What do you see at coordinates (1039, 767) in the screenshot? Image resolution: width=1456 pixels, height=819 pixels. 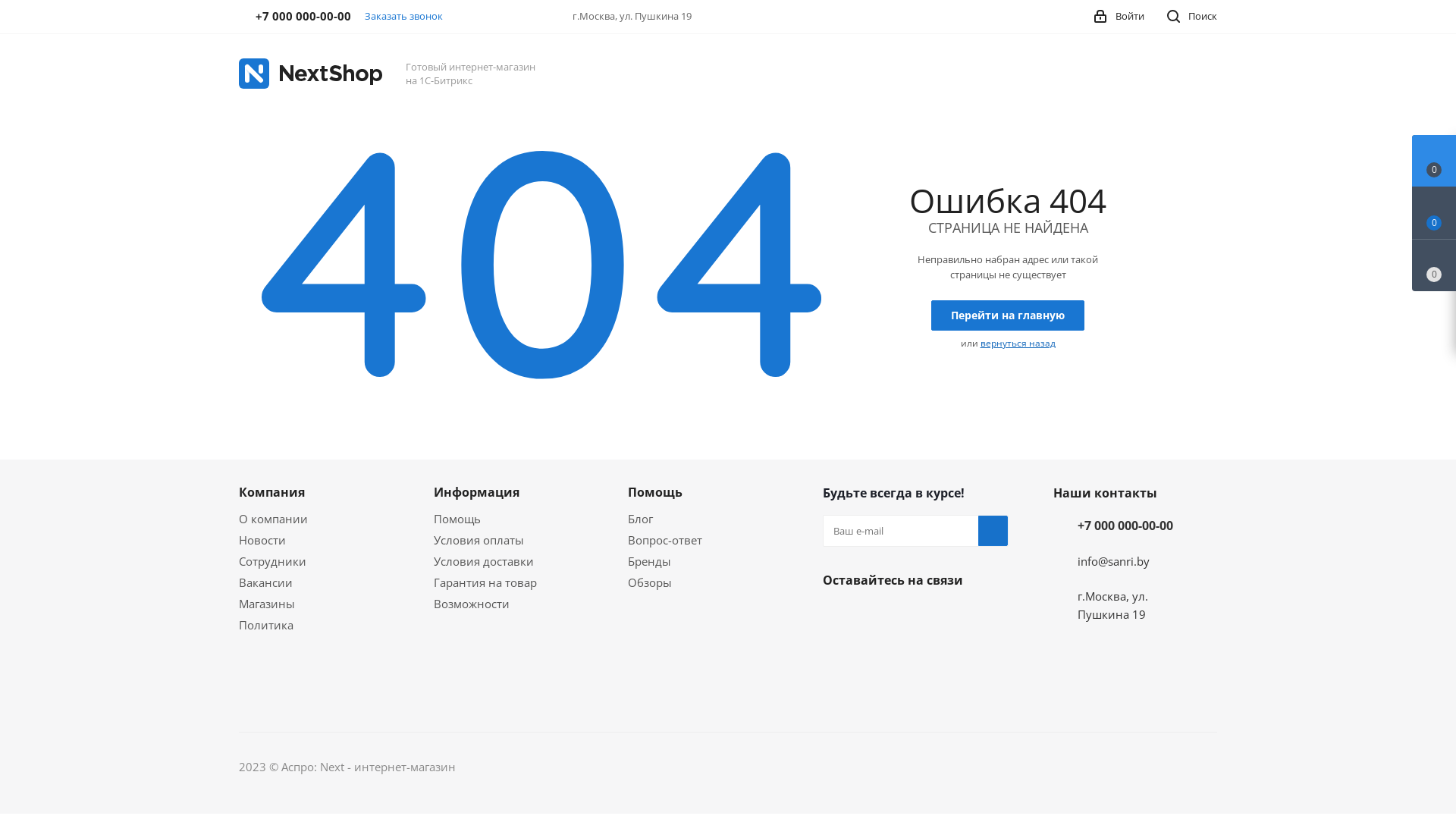 I see `'Visa'` at bounding box center [1039, 767].